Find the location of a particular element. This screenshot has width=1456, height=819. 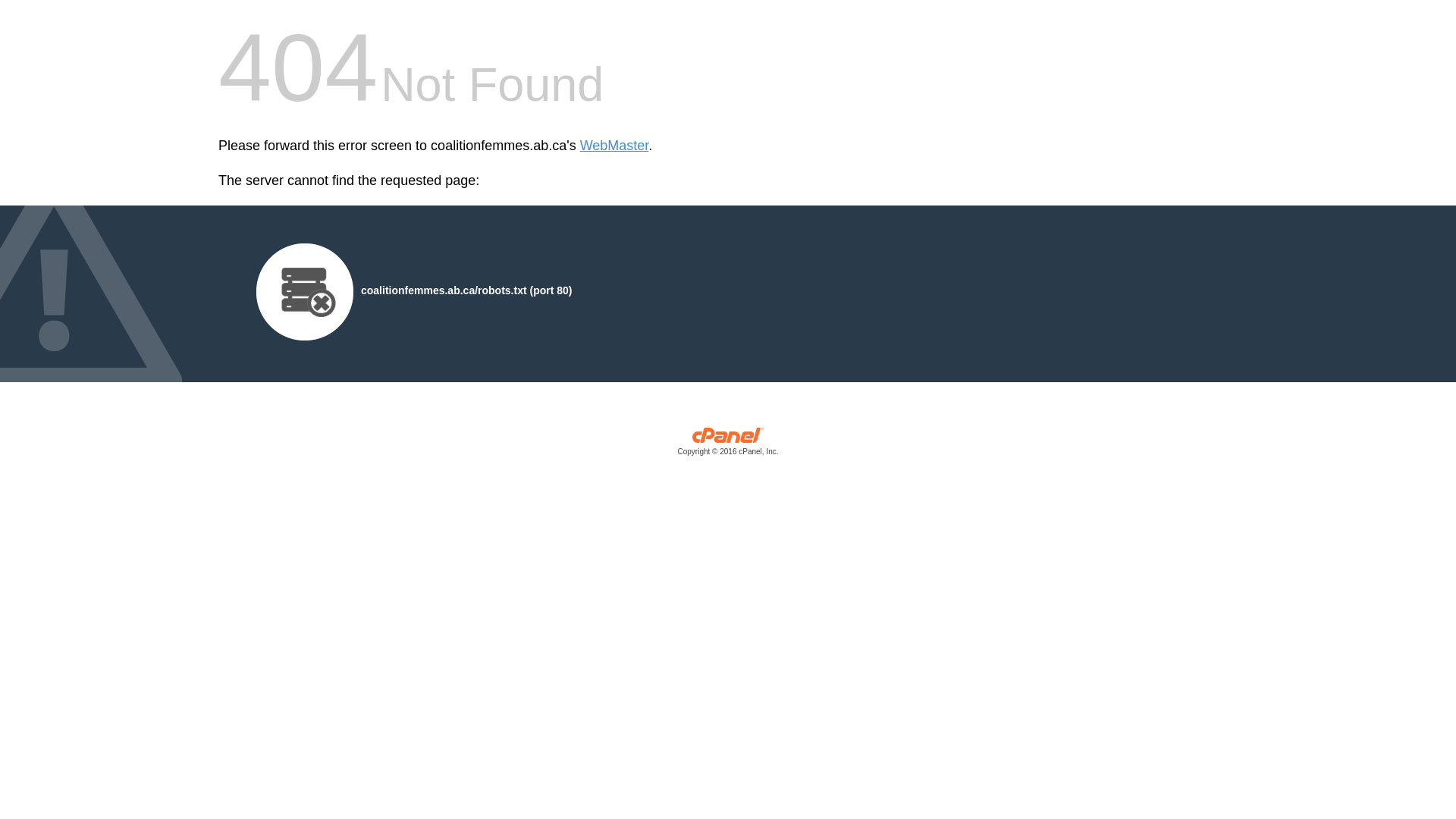

'WebMaster' is located at coordinates (579, 146).